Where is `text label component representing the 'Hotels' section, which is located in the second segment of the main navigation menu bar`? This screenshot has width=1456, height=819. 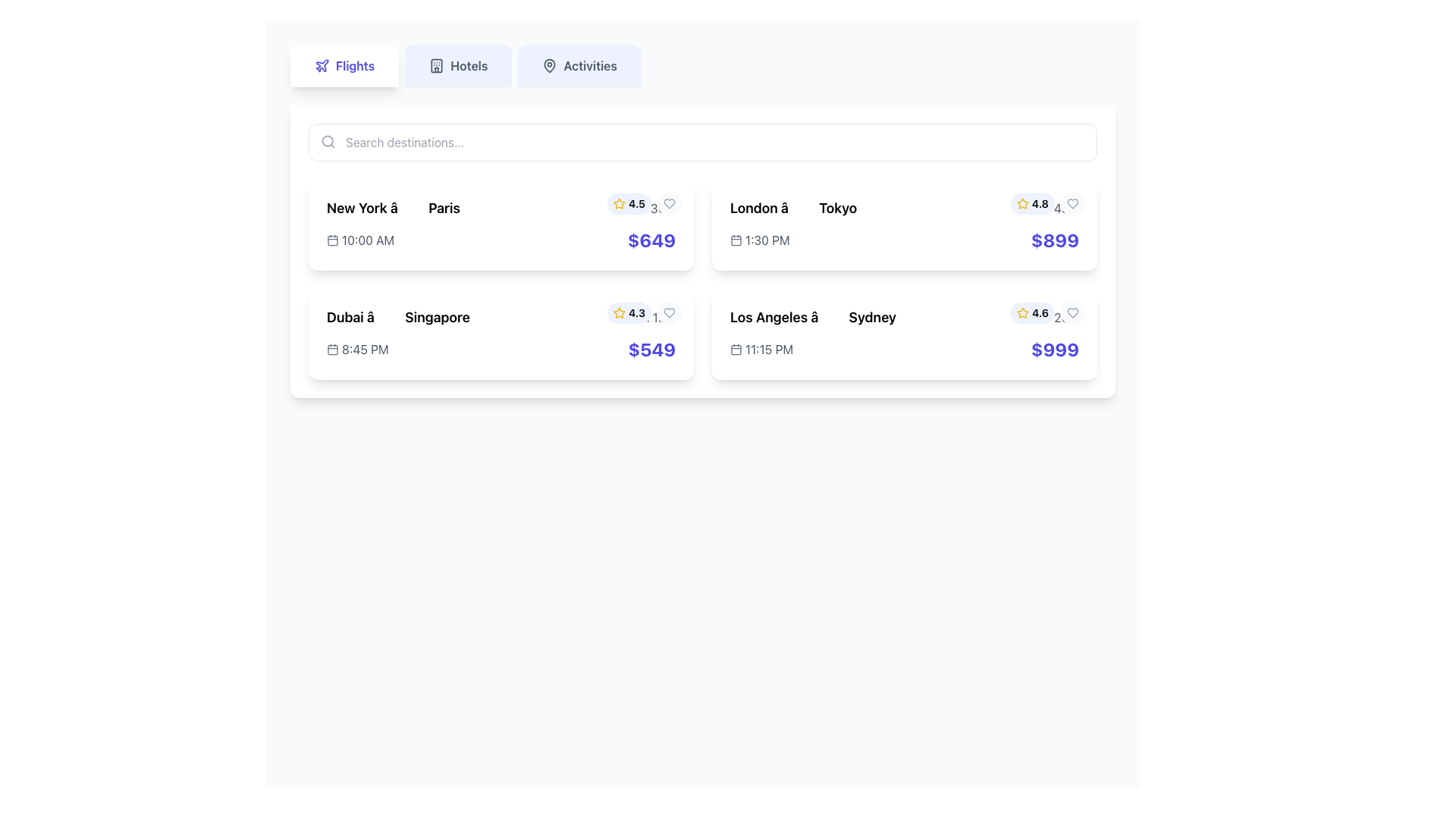 text label component representing the 'Hotels' section, which is located in the second segment of the main navigation menu bar is located at coordinates (468, 65).